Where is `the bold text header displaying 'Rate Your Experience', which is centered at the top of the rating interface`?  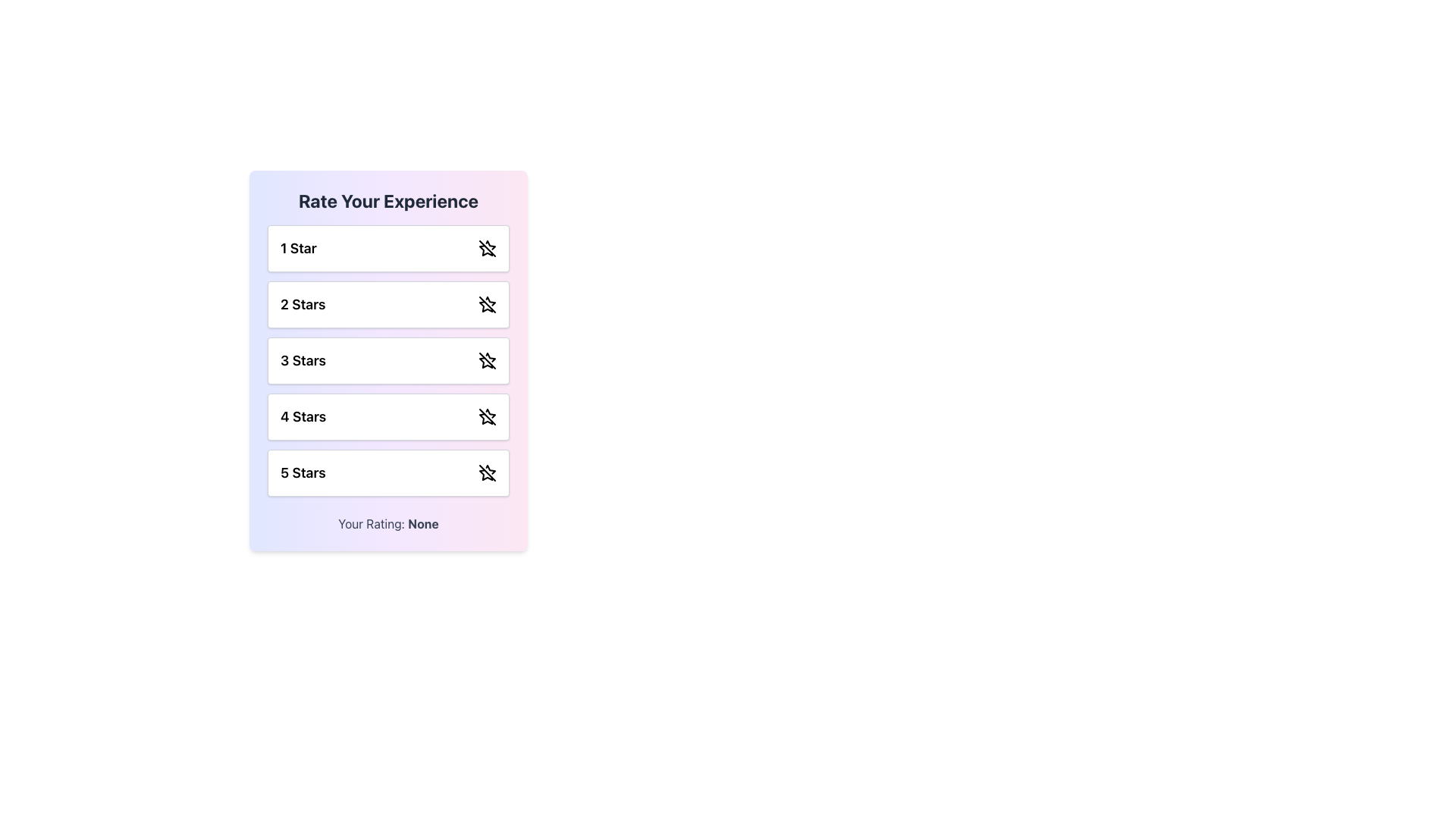 the bold text header displaying 'Rate Your Experience', which is centered at the top of the rating interface is located at coordinates (388, 200).